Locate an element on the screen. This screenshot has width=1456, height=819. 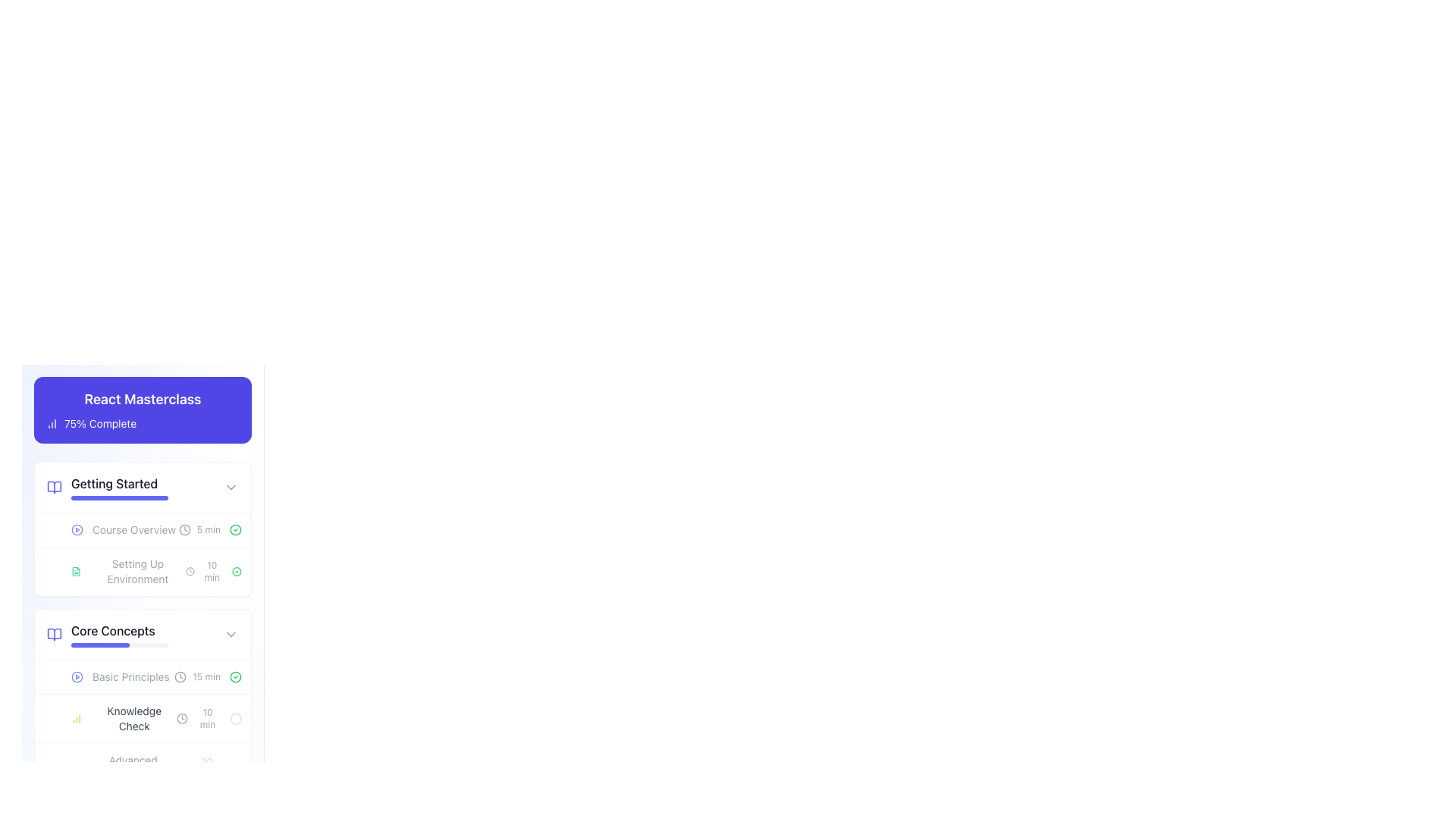
the educational item is located at coordinates (143, 554).